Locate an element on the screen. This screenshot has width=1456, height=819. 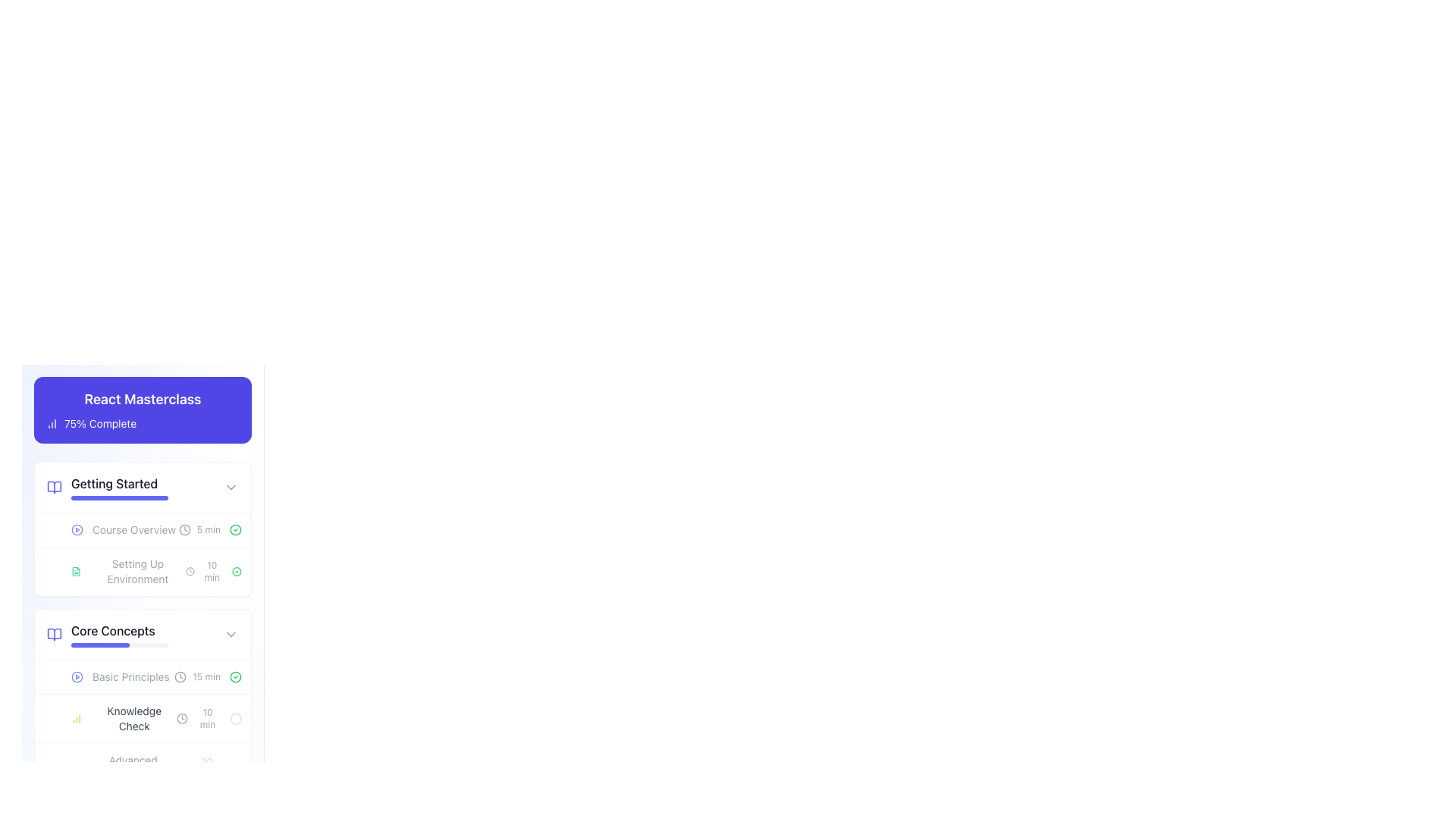
the educational item is located at coordinates (143, 554).